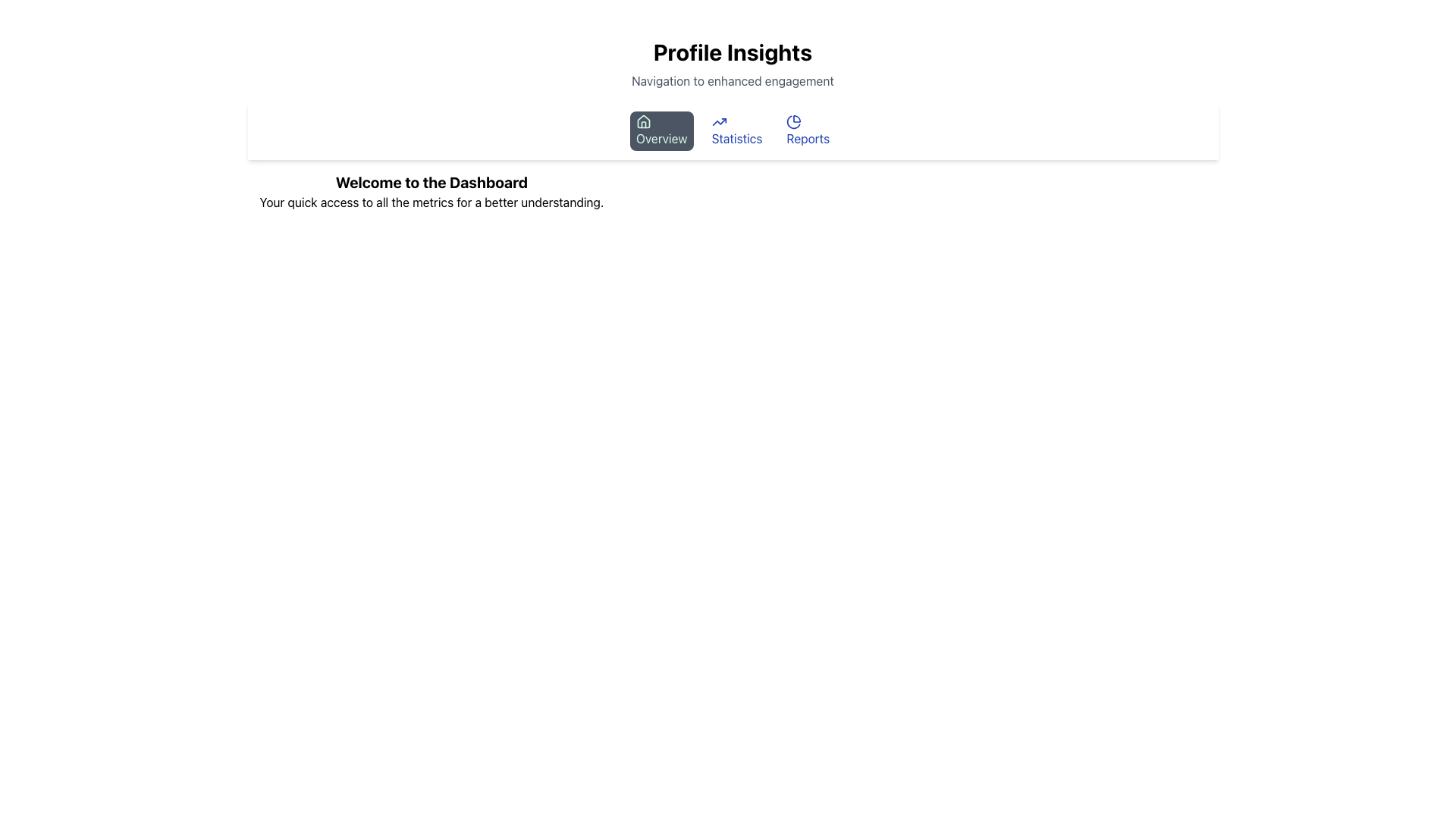  I want to click on the 'Reports' button, which is the third button in a sequence of three buttons below the 'Profile Insights' header, so click(807, 130).